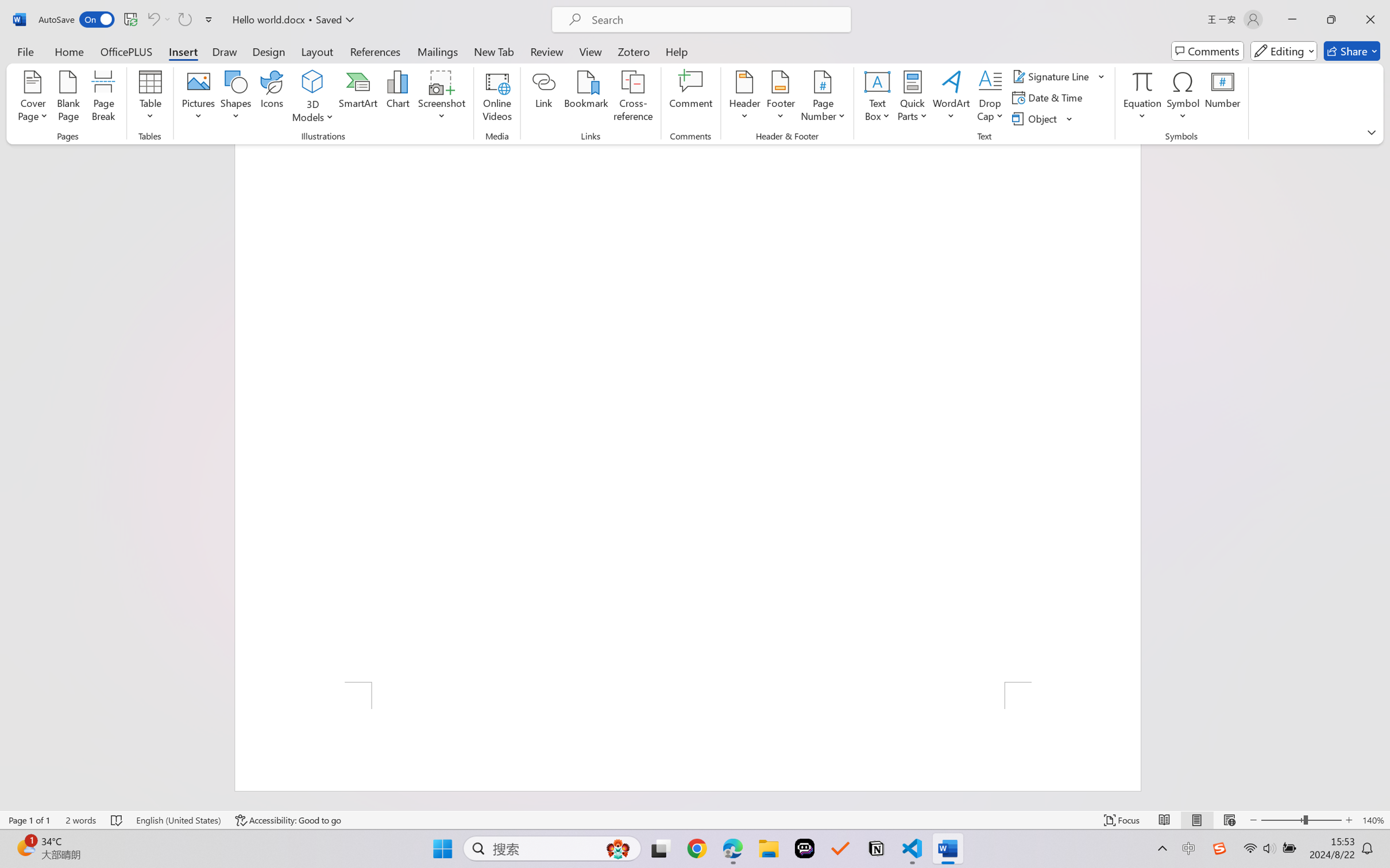 This screenshot has width=1390, height=868. Describe the element at coordinates (25, 847) in the screenshot. I see `'AutomationID: BadgeAnchorLargeTicker'` at that location.